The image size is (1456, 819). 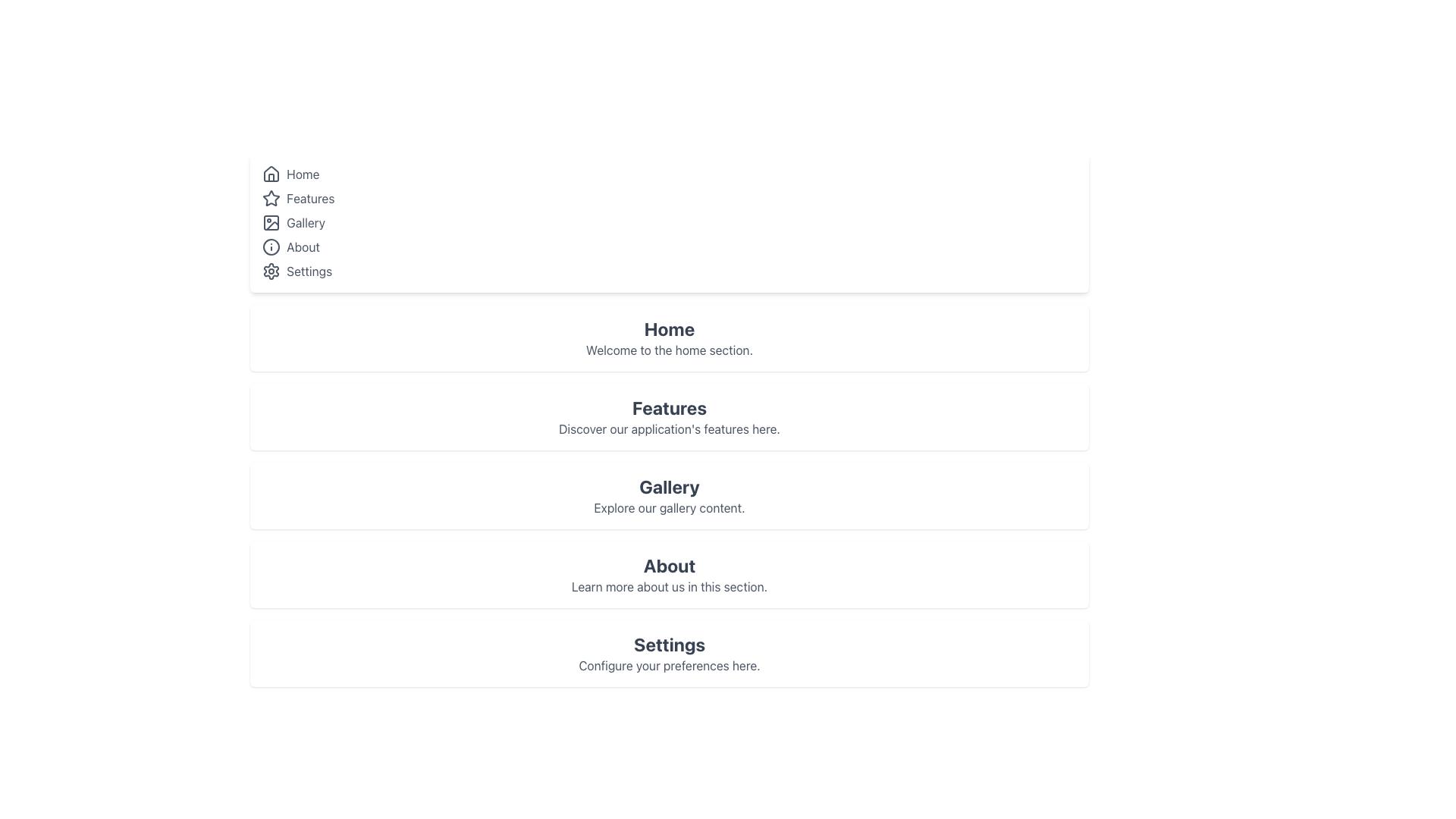 What do you see at coordinates (271, 271) in the screenshot?
I see `the cogwheel icon in the settings section of the navigational menu, which is characterized by its gear-like shape and is adjacent to other section icons` at bounding box center [271, 271].